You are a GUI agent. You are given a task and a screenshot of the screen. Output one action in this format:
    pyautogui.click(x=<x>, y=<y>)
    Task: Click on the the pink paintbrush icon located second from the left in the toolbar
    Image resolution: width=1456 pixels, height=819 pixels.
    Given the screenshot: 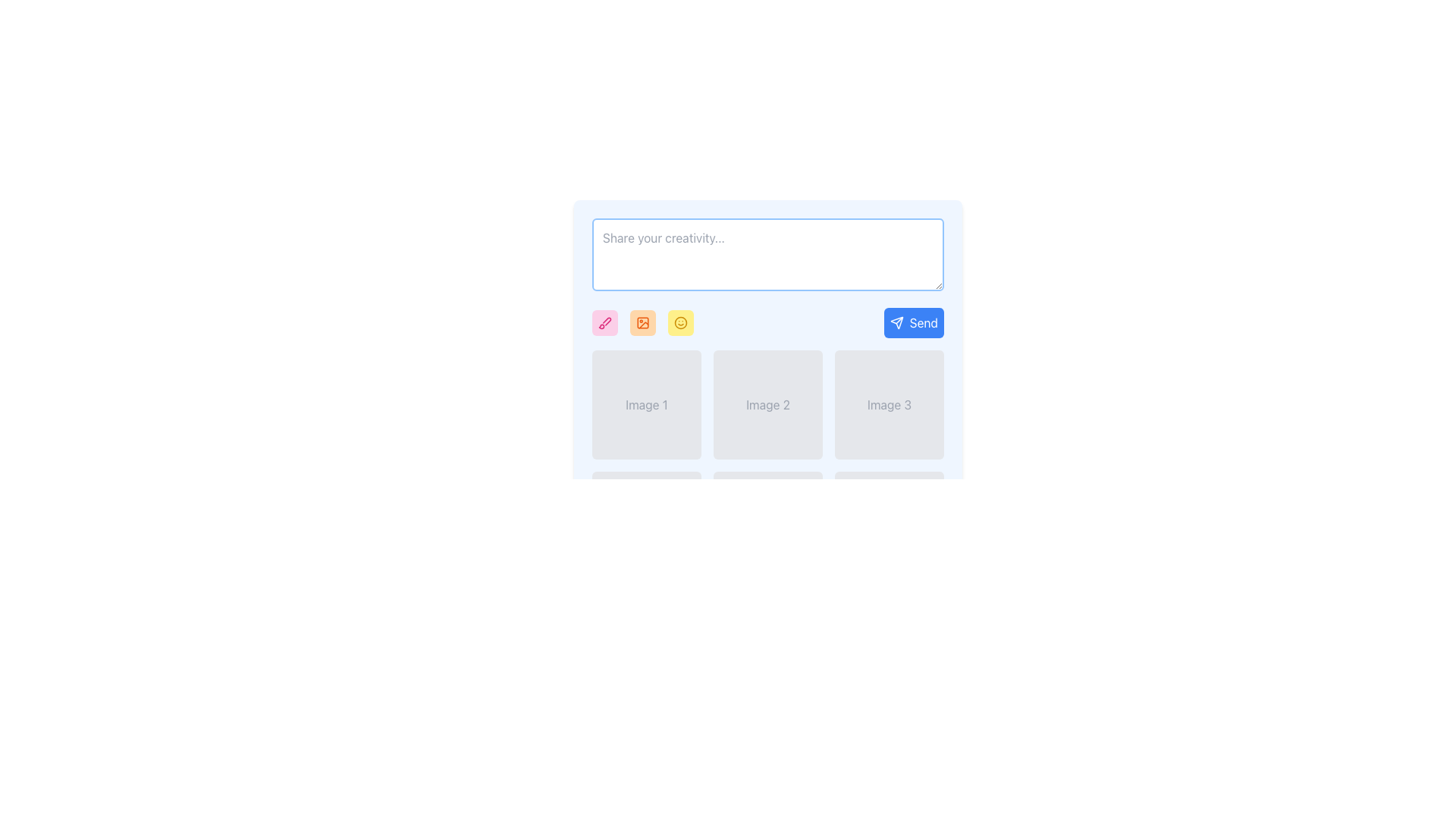 What is the action you would take?
    pyautogui.click(x=604, y=322)
    